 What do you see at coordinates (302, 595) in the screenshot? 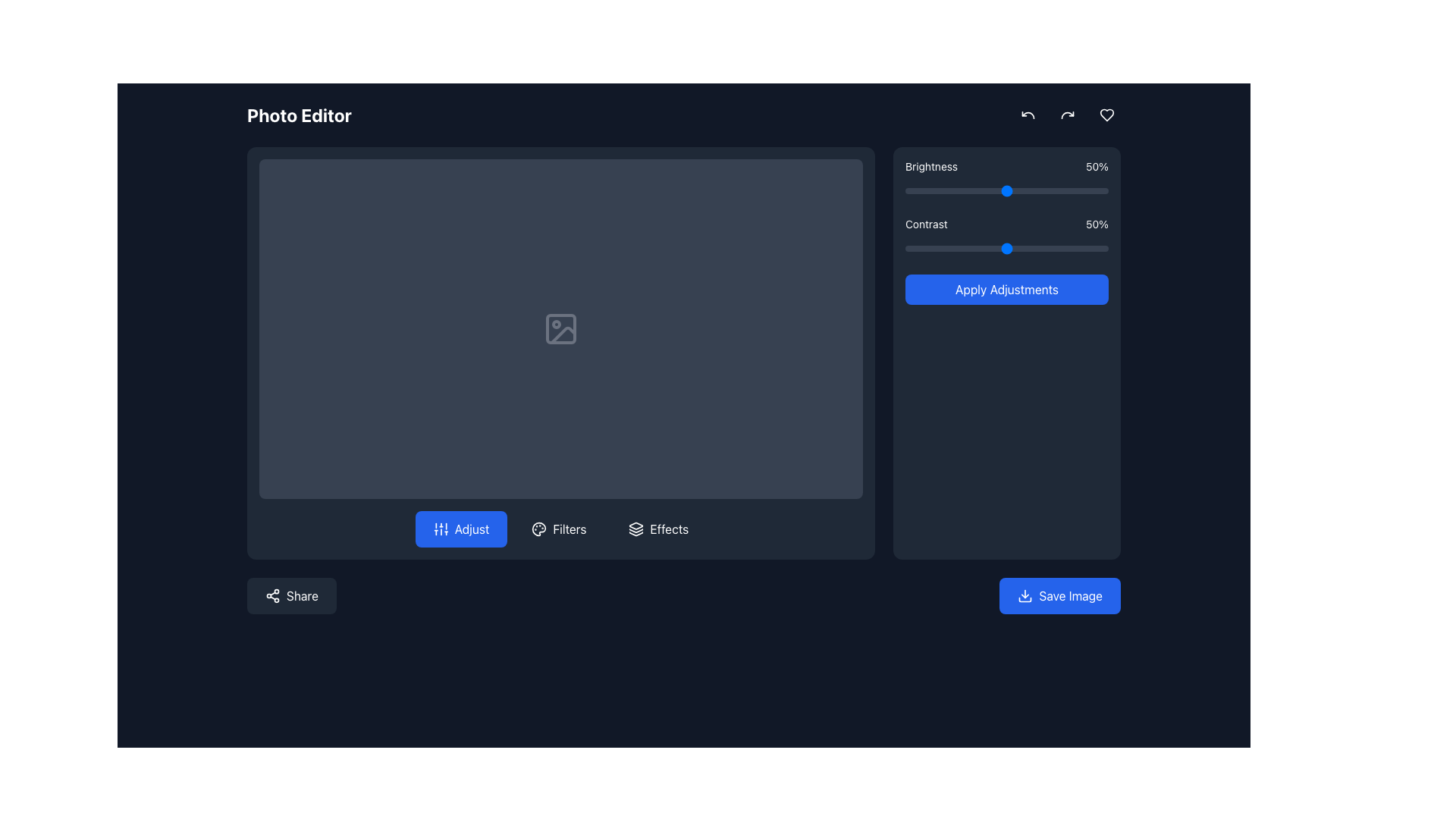
I see `the 'Share' text label located at the bottom-left corner of the interface, which indicates the function of the share button, to initiate sharing` at bounding box center [302, 595].